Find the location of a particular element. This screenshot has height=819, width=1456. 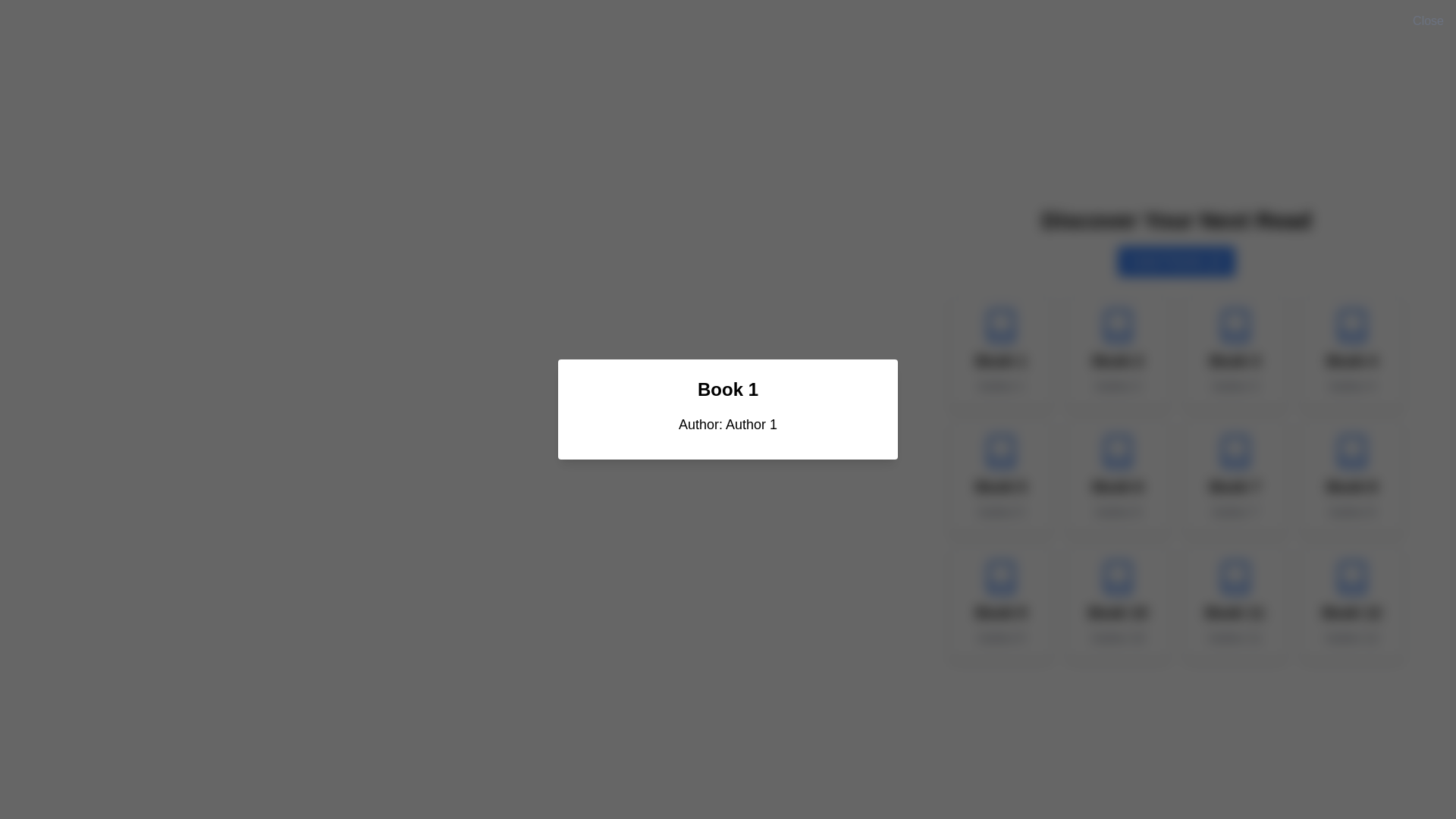

the book display card located in the last row of the grid layout, specifically in the second column from the left is located at coordinates (1118, 602).